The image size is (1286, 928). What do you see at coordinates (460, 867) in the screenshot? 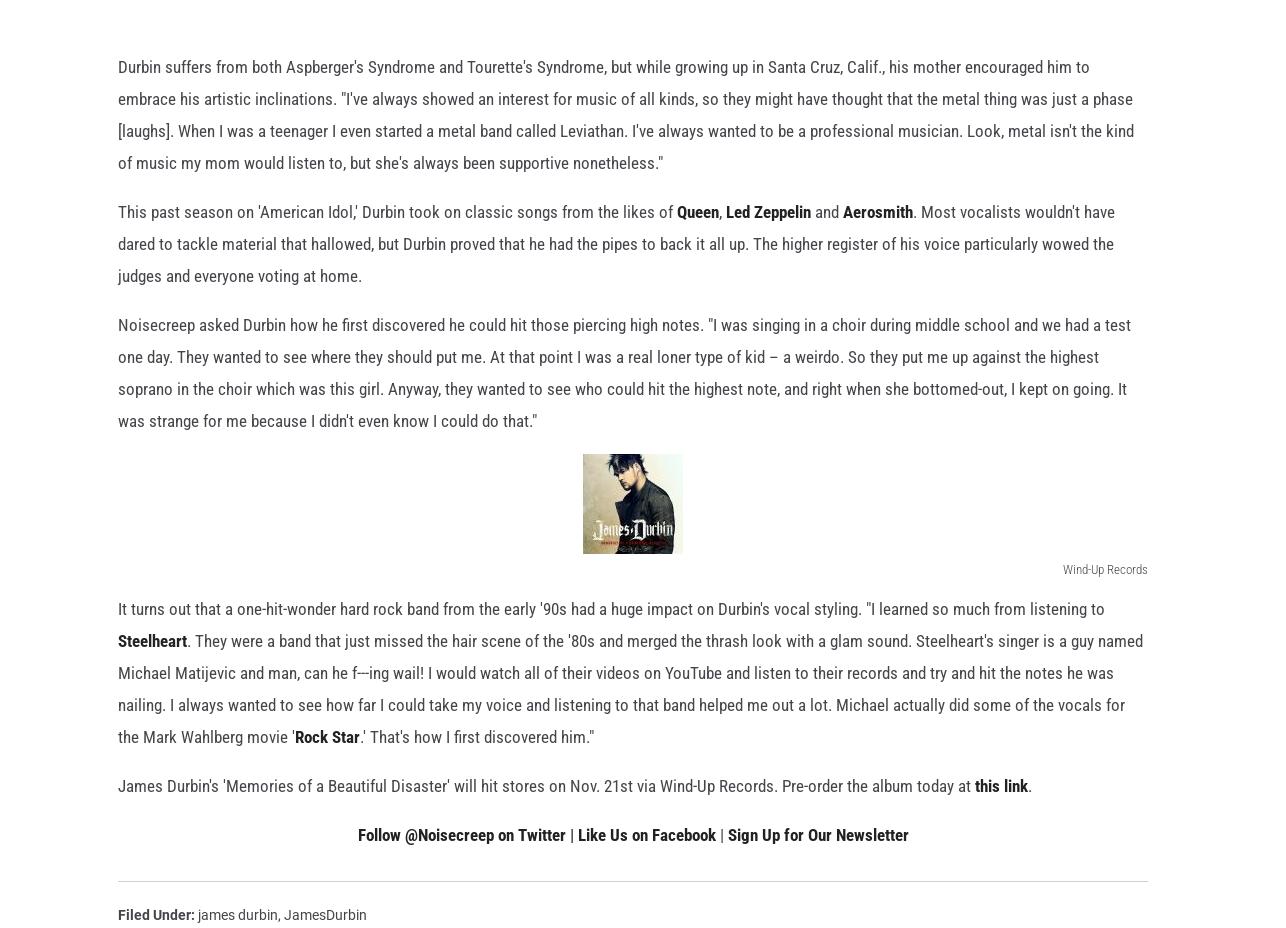
I see `'Follow @Noisecreep on Twitter'` at bounding box center [460, 867].